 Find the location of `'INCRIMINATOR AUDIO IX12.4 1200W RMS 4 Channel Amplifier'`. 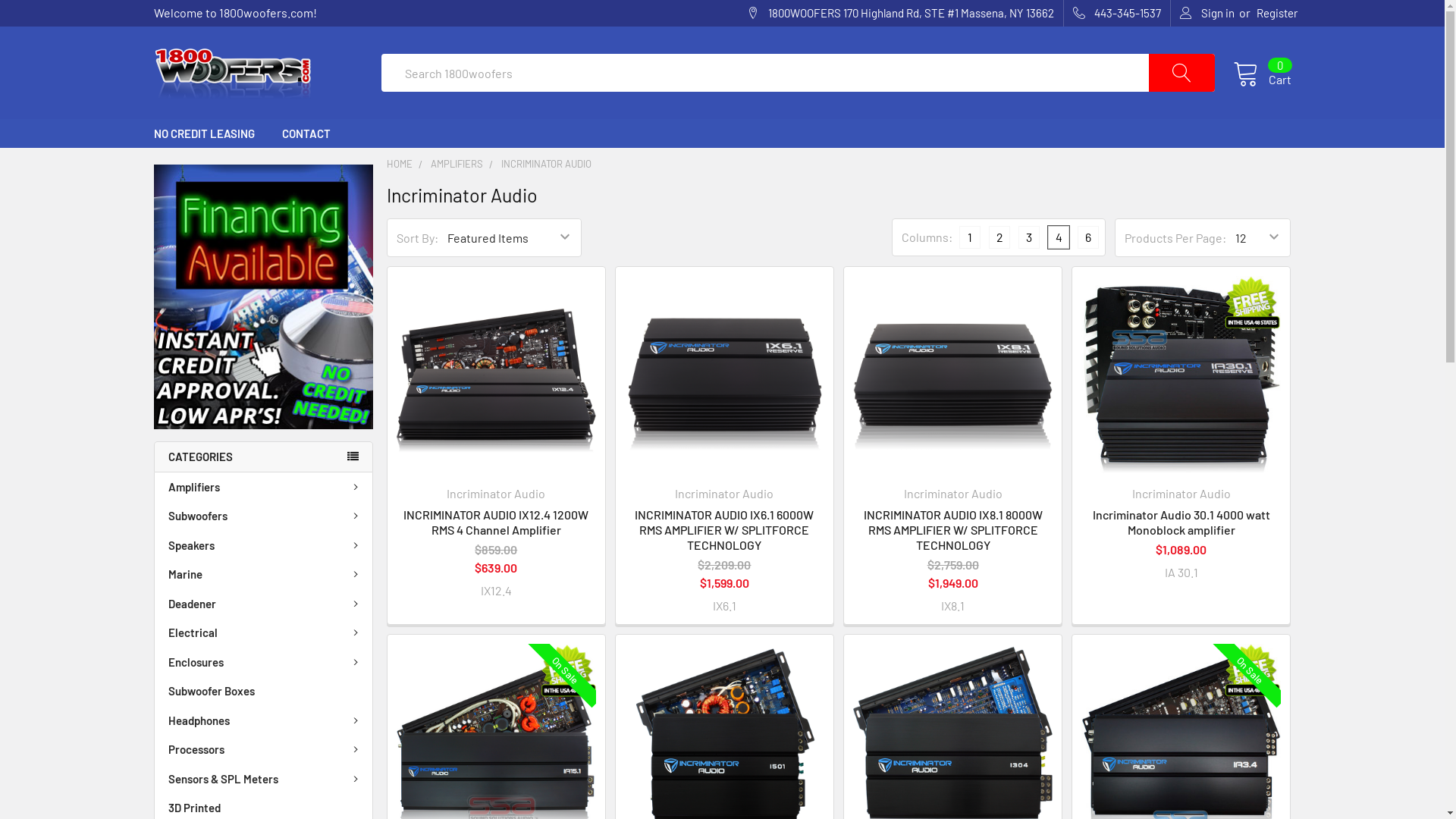

'INCRIMINATOR AUDIO IX12.4 1200W RMS 4 Channel Amplifier' is located at coordinates (495, 521).